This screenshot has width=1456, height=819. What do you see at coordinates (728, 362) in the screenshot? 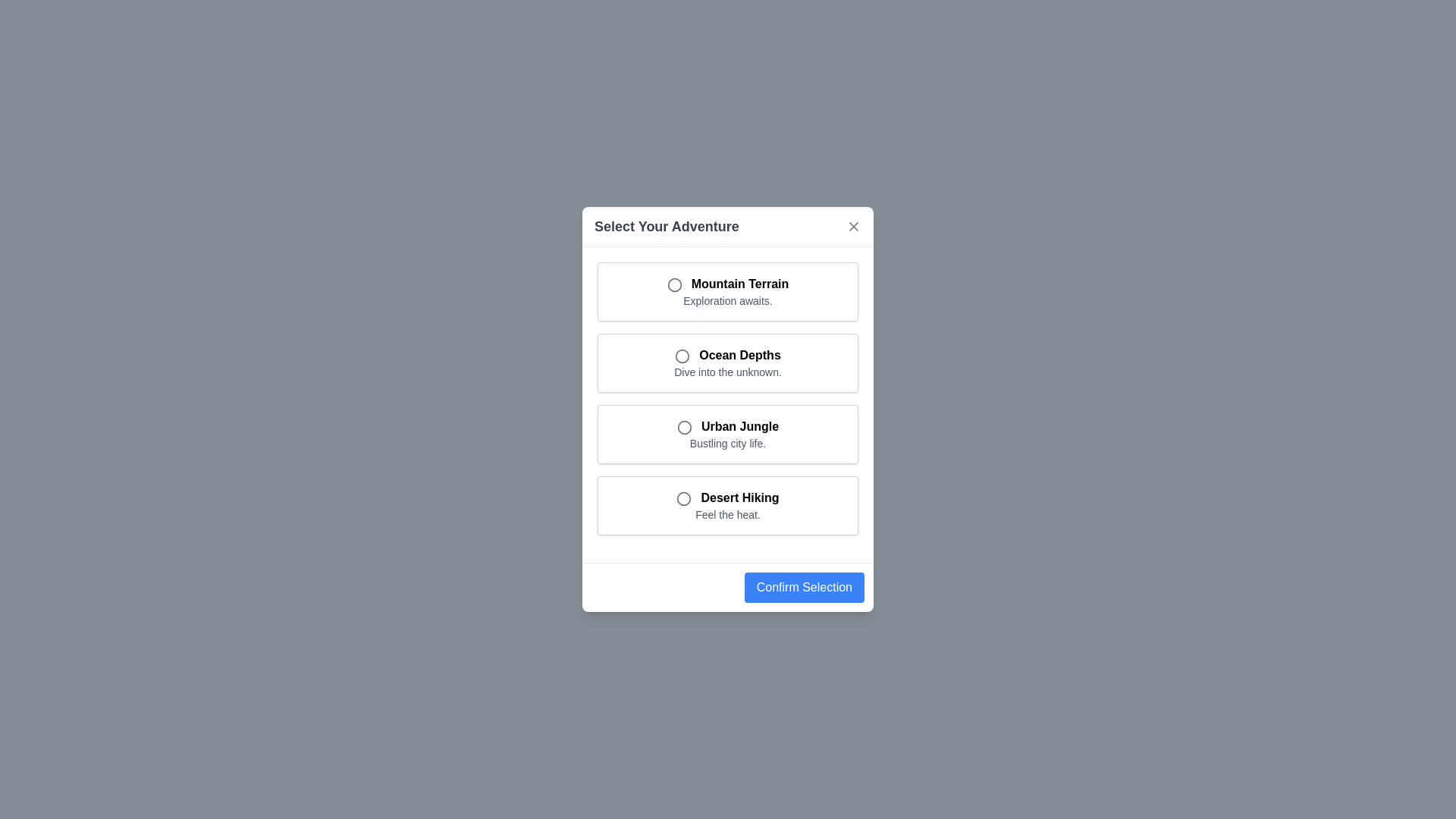
I see `the adventure option Ocean Depths` at bounding box center [728, 362].